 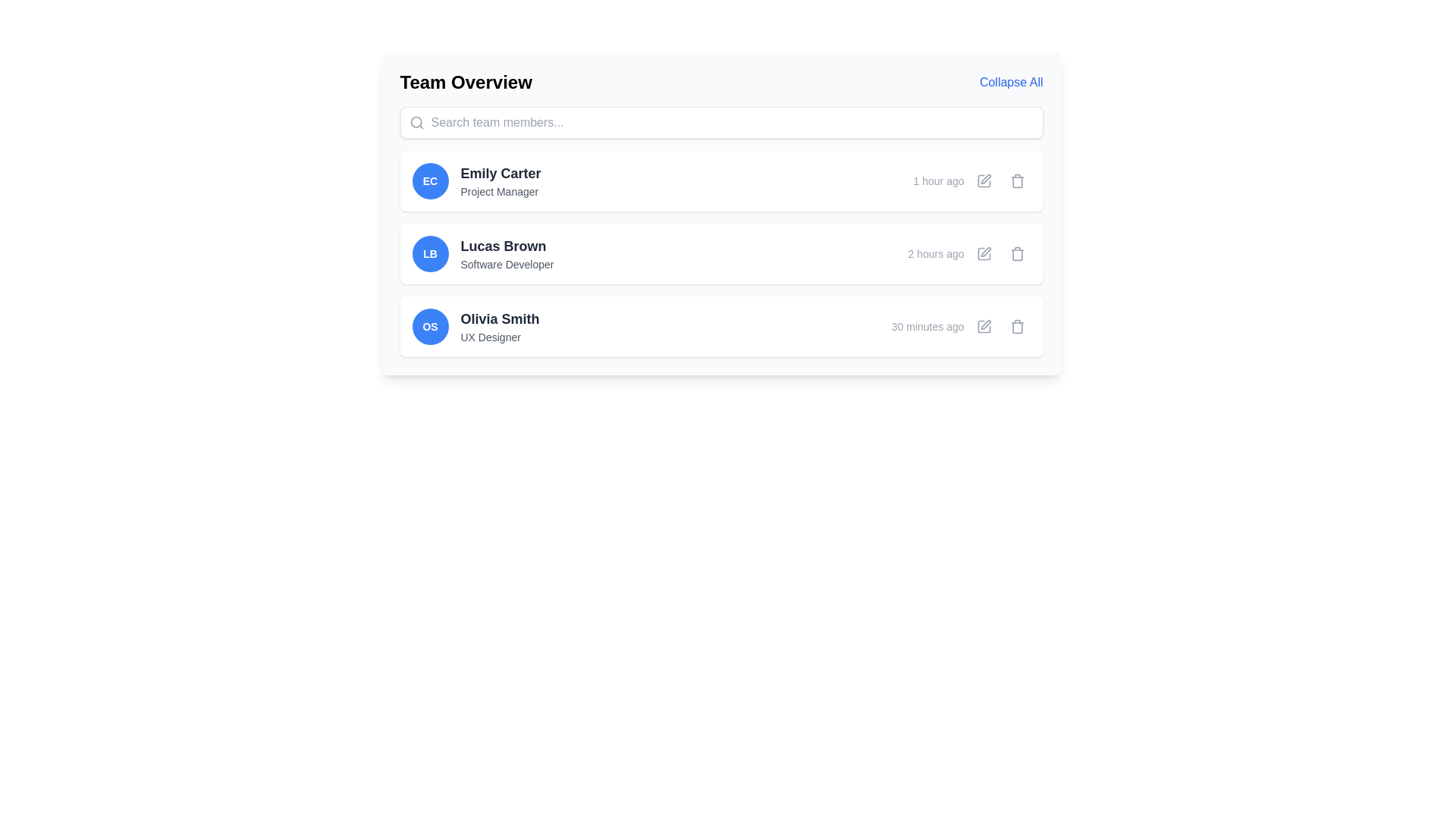 I want to click on the square-shaped button with a pen icon, which is the second action button to the right of the '2 hours ago' timestamp for 'Lucas Brown', so click(x=984, y=253).